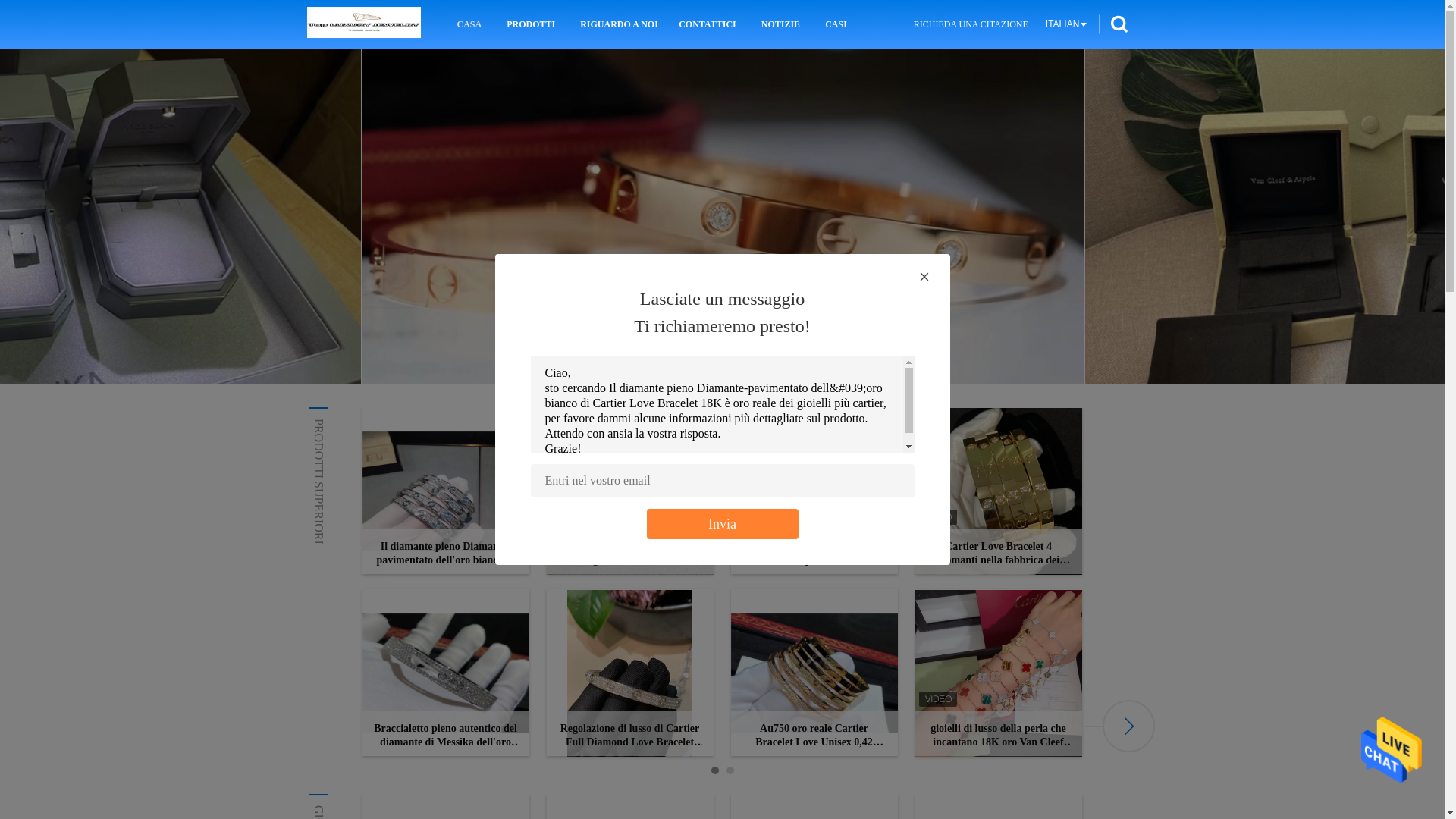 This screenshot has height=819, width=1456. What do you see at coordinates (427, 811) in the screenshot?
I see `'GIOIELLI DEL DIAMANTE DELL'ORO 18K'` at bounding box center [427, 811].